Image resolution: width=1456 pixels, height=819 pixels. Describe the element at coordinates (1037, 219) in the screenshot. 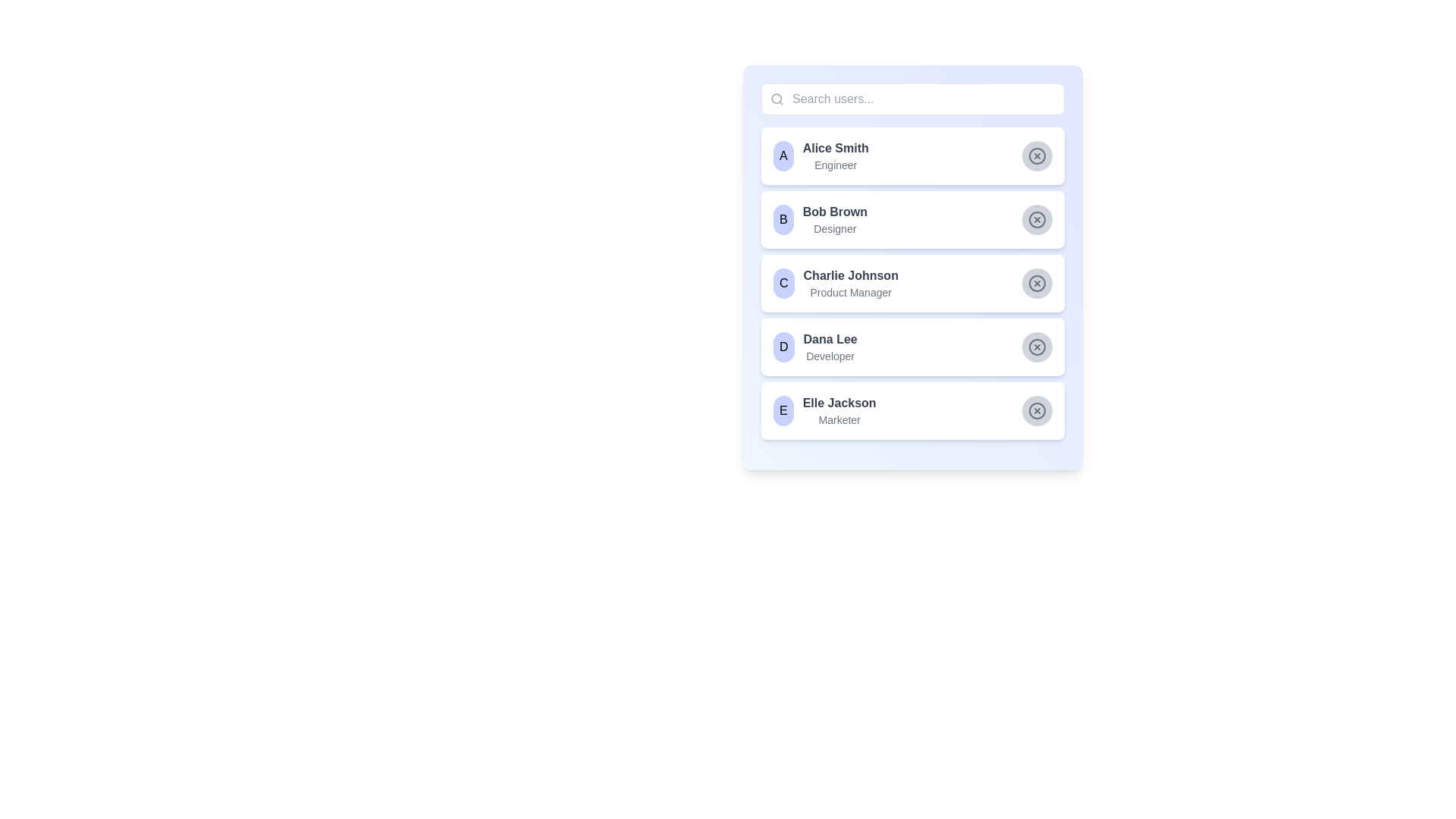

I see `the SVG Circle within the close button of the second item 'Bob Brown Designer' in the vertical list` at that location.